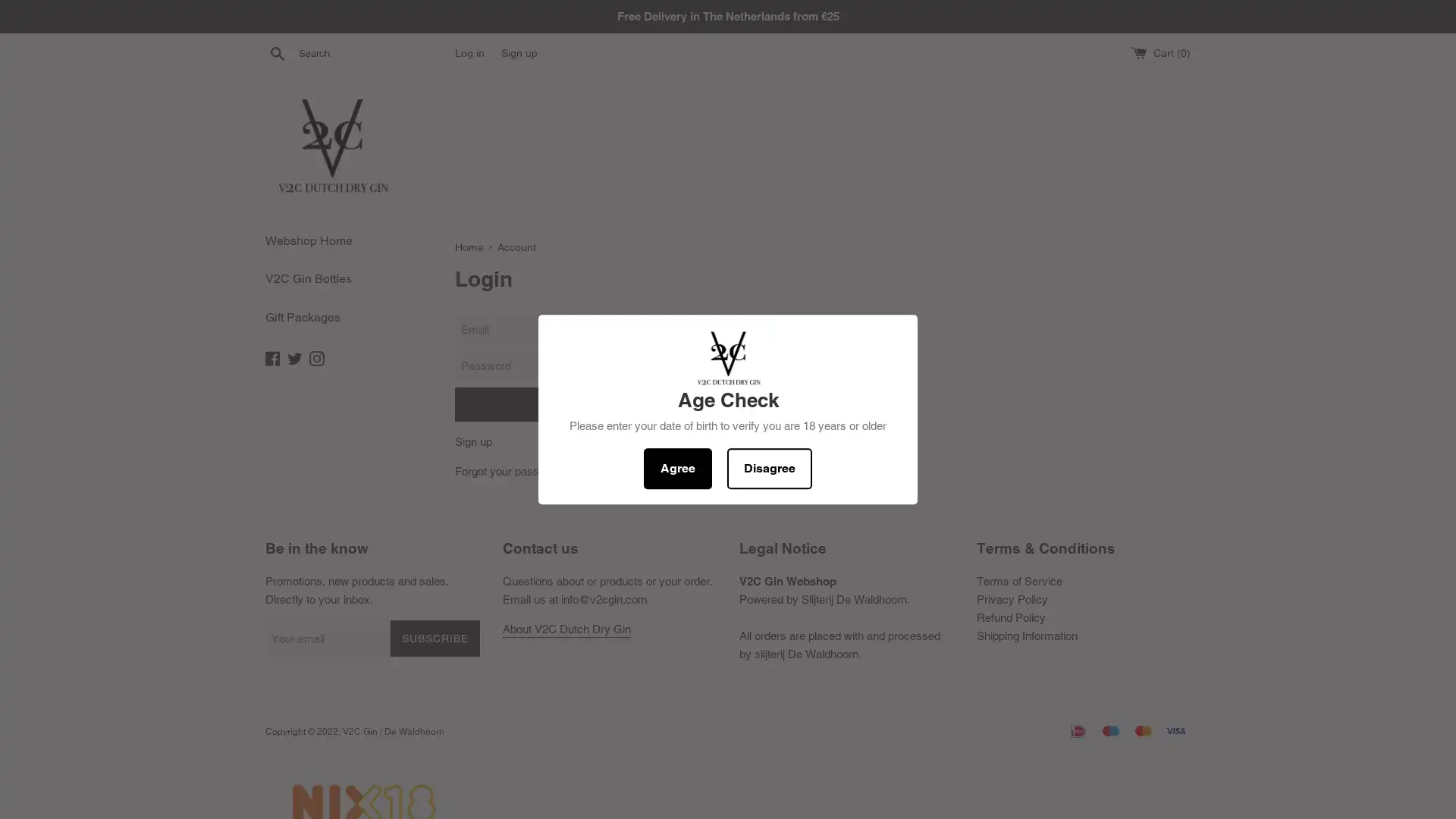  What do you see at coordinates (769, 467) in the screenshot?
I see `Disagree` at bounding box center [769, 467].